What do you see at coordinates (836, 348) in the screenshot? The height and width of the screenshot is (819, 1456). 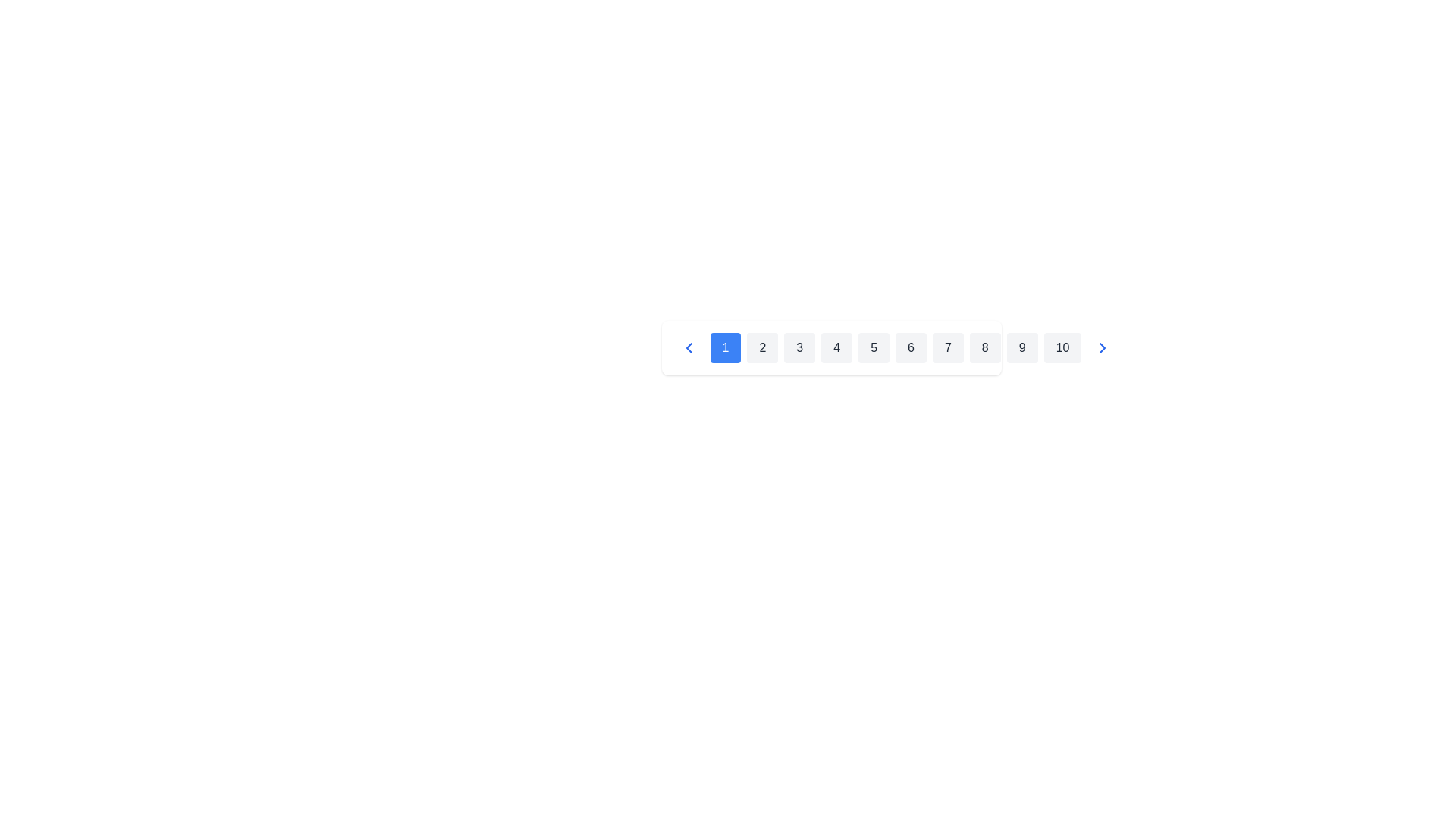 I see `the 4th pagination button` at bounding box center [836, 348].